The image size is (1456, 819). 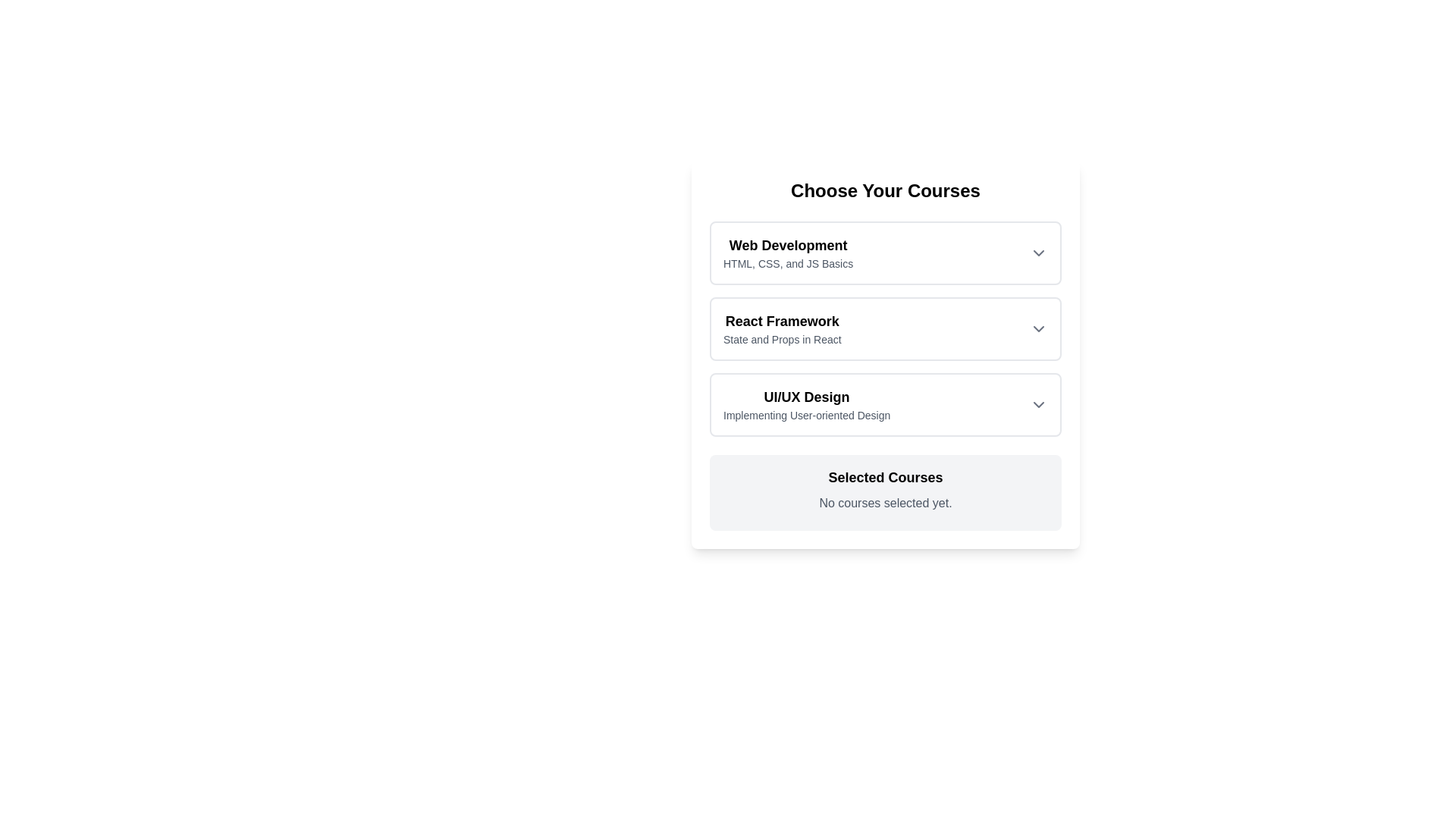 What do you see at coordinates (1037, 403) in the screenshot?
I see `the Dropdown trigger icon for the 'UI/UX Design' item` at bounding box center [1037, 403].